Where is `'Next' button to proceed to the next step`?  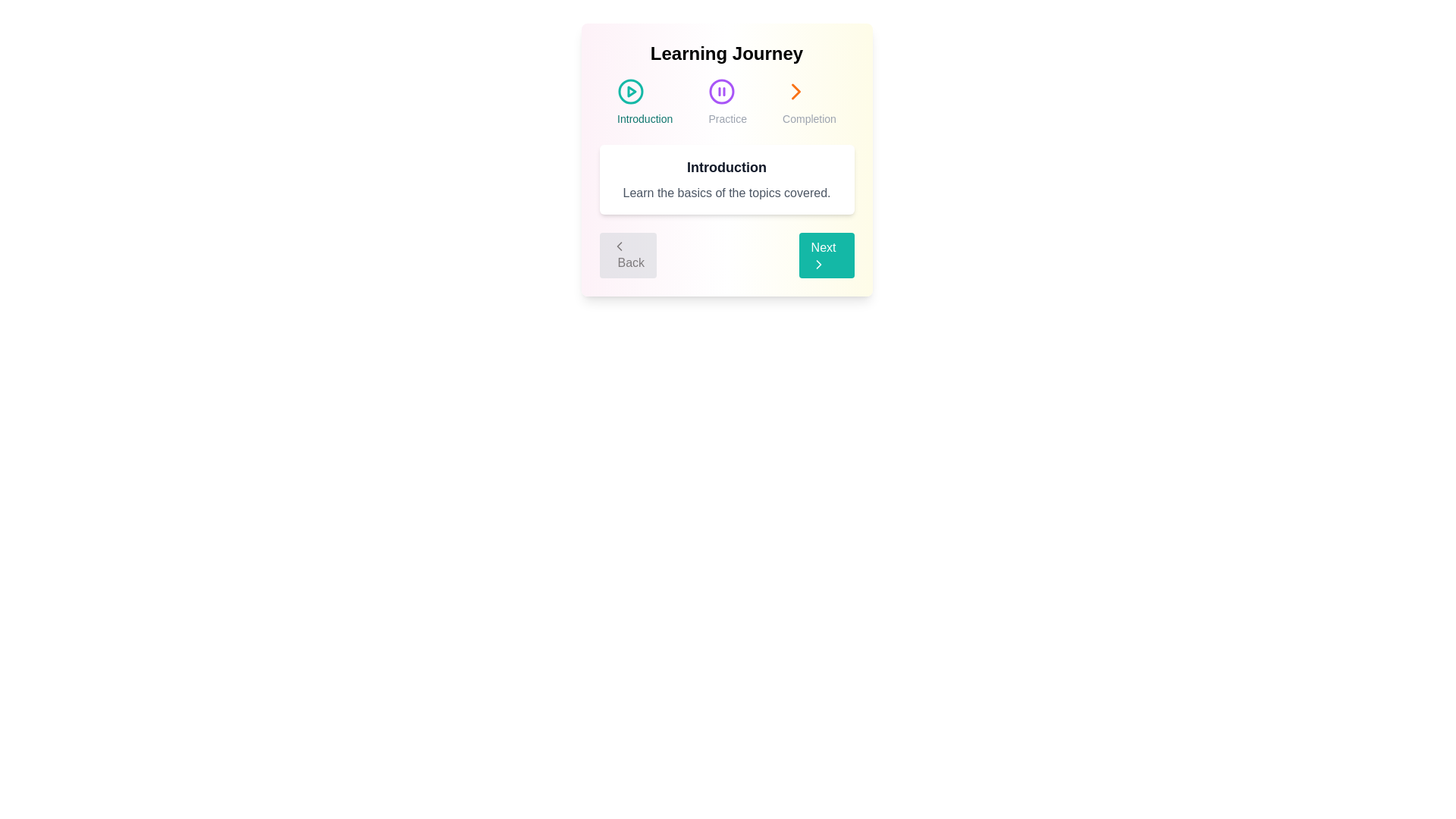
'Next' button to proceed to the next step is located at coordinates (825, 254).